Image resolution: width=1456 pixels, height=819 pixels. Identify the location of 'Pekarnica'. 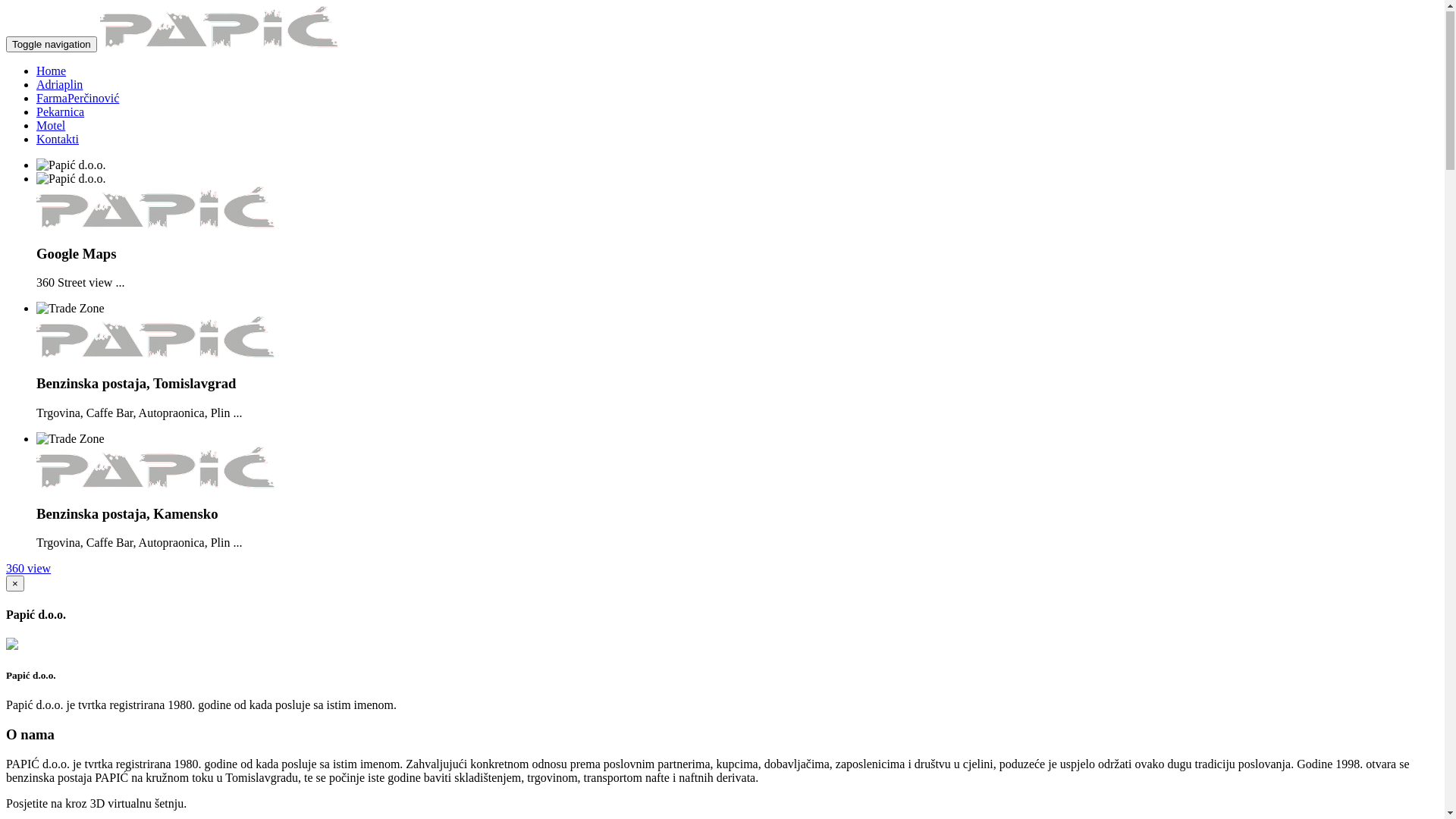
(60, 111).